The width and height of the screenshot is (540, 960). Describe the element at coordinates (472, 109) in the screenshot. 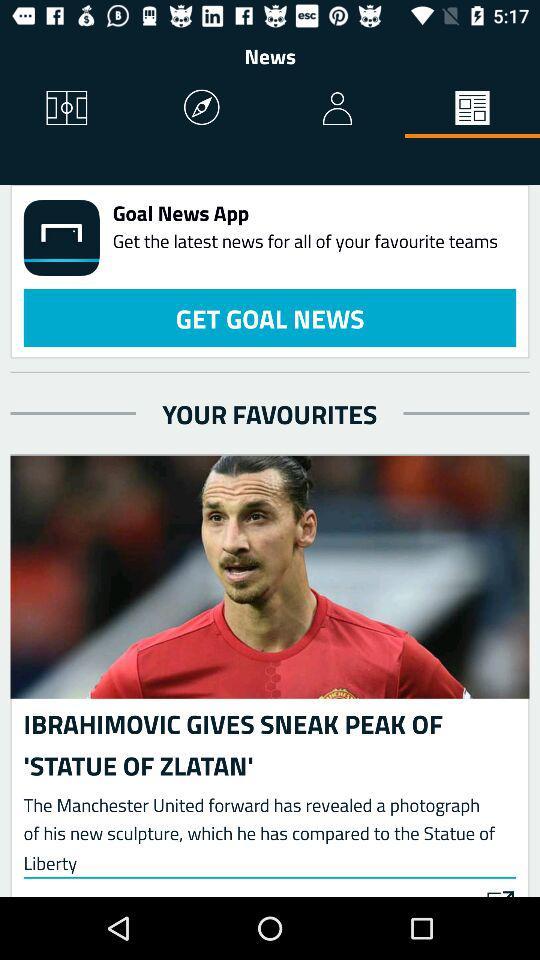

I see `the icon below news` at that location.